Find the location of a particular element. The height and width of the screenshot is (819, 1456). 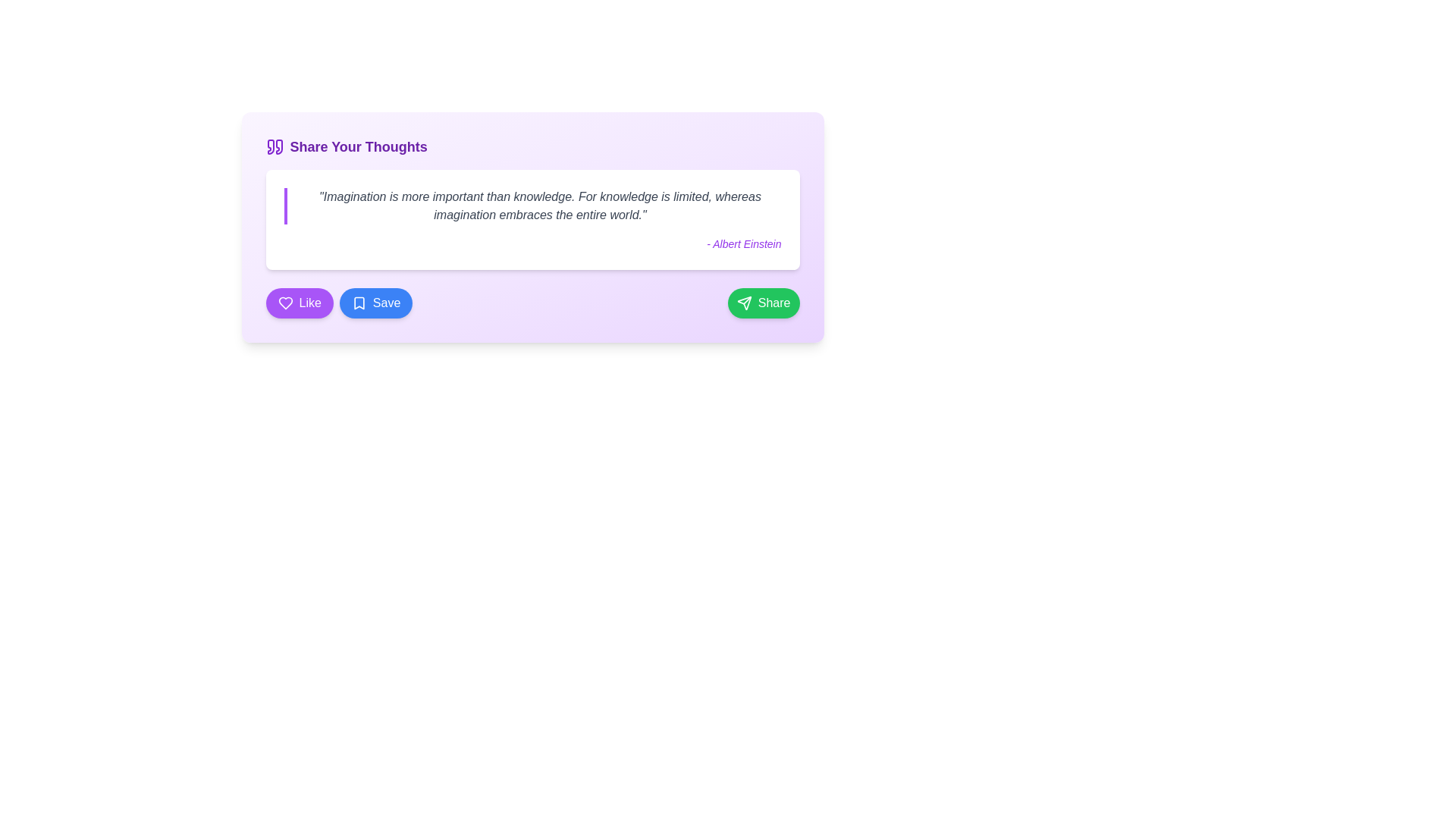

the bookmark icon located to the left of the 'Save' text at the bottom of the card interface is located at coordinates (358, 303).